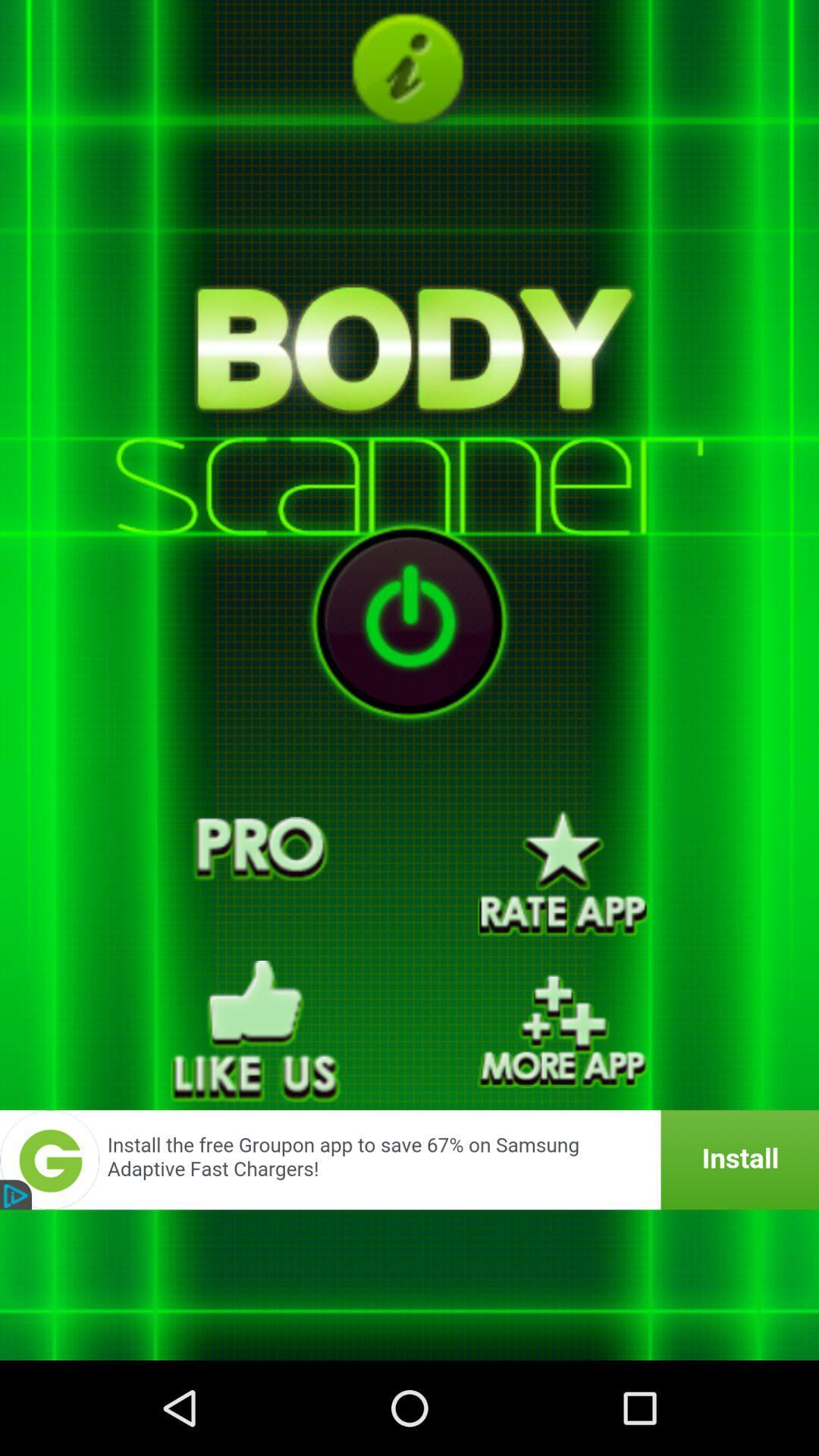  Describe the element at coordinates (255, 1031) in the screenshot. I see `like option` at that location.